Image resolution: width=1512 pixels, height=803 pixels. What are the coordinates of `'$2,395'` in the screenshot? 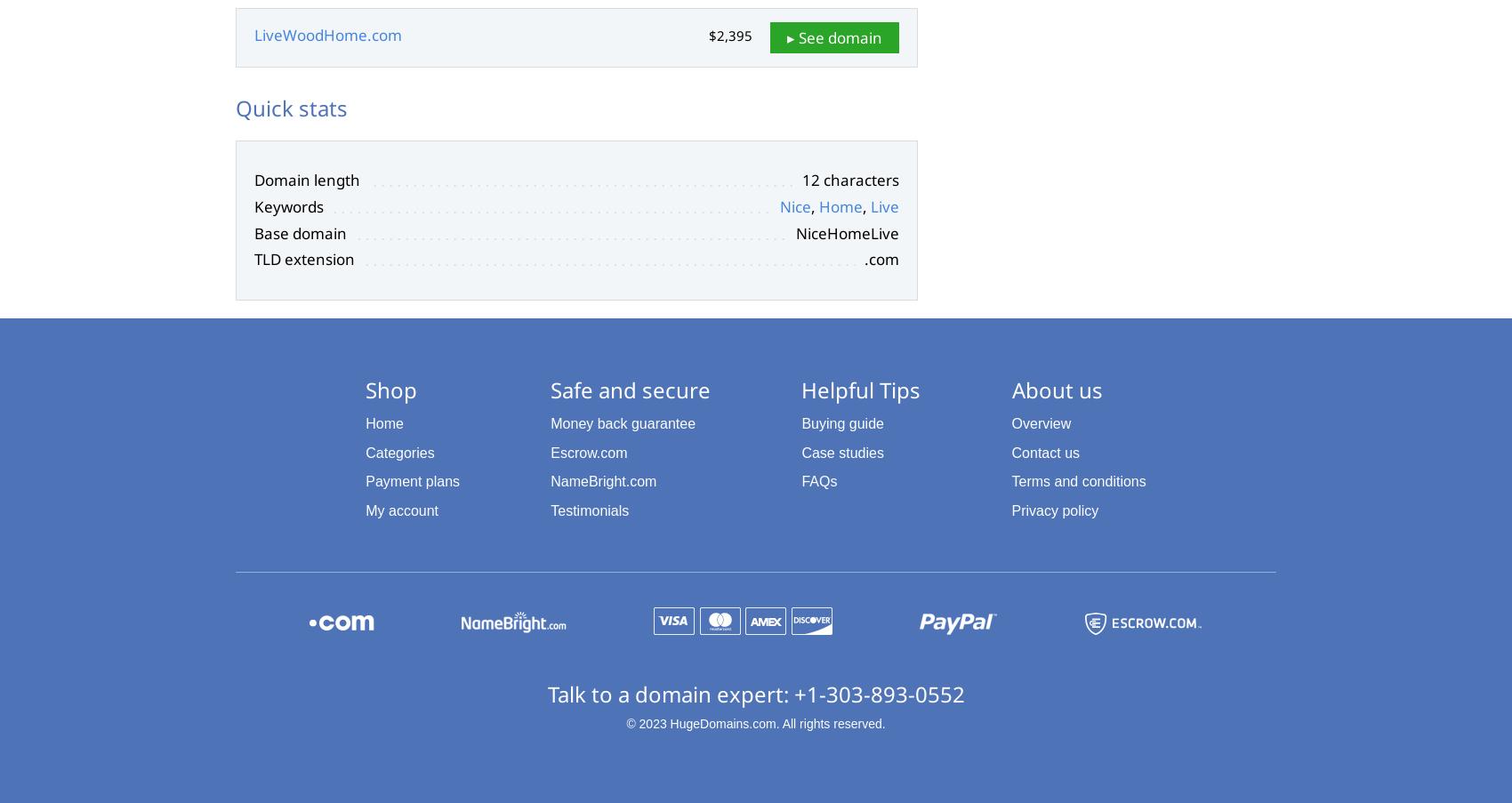 It's located at (729, 35).